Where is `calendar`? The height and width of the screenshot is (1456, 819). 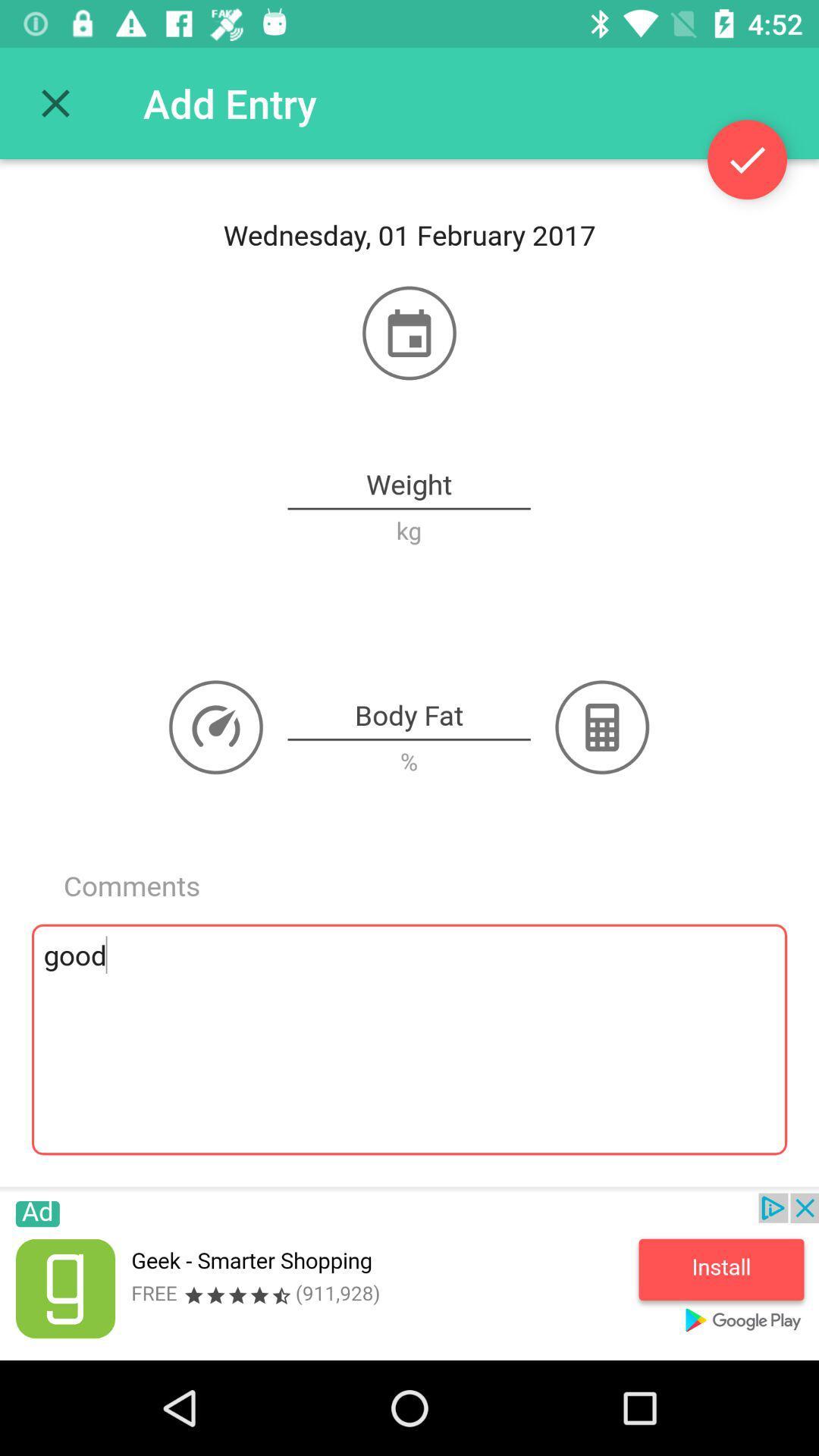
calendar is located at coordinates (409, 332).